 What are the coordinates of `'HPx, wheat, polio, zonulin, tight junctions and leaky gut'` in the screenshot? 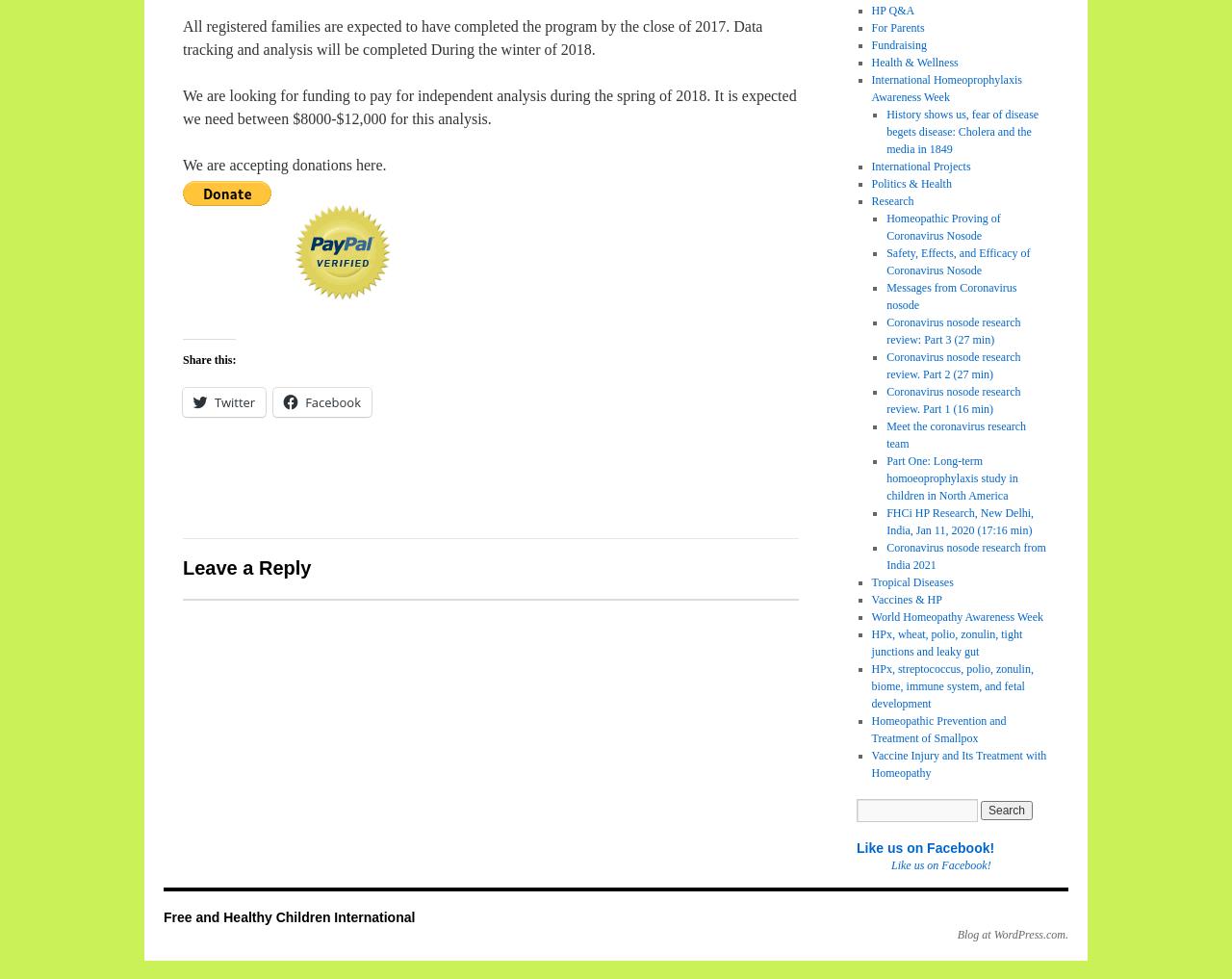 It's located at (946, 642).